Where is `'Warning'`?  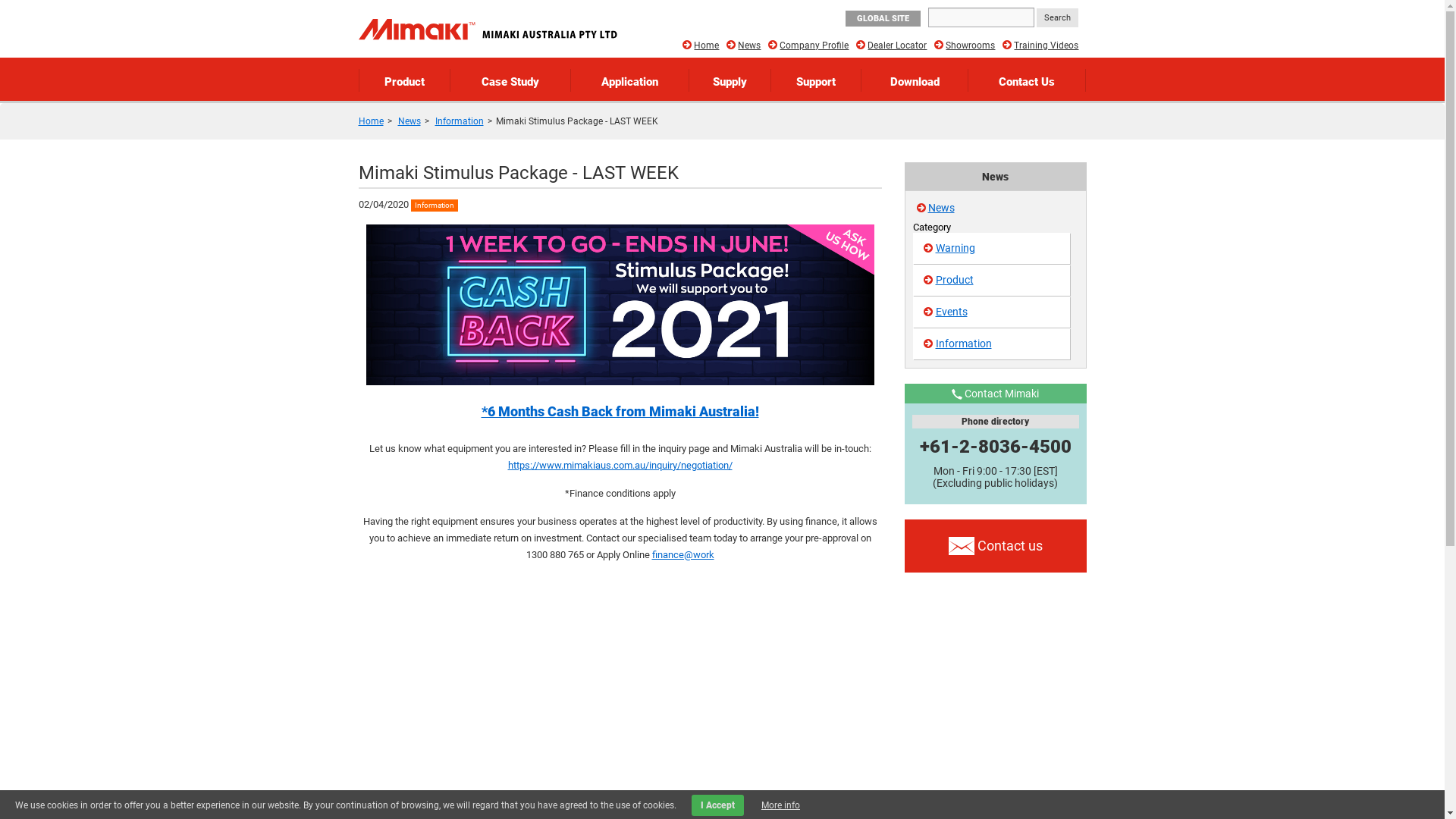
'Warning' is located at coordinates (912, 247).